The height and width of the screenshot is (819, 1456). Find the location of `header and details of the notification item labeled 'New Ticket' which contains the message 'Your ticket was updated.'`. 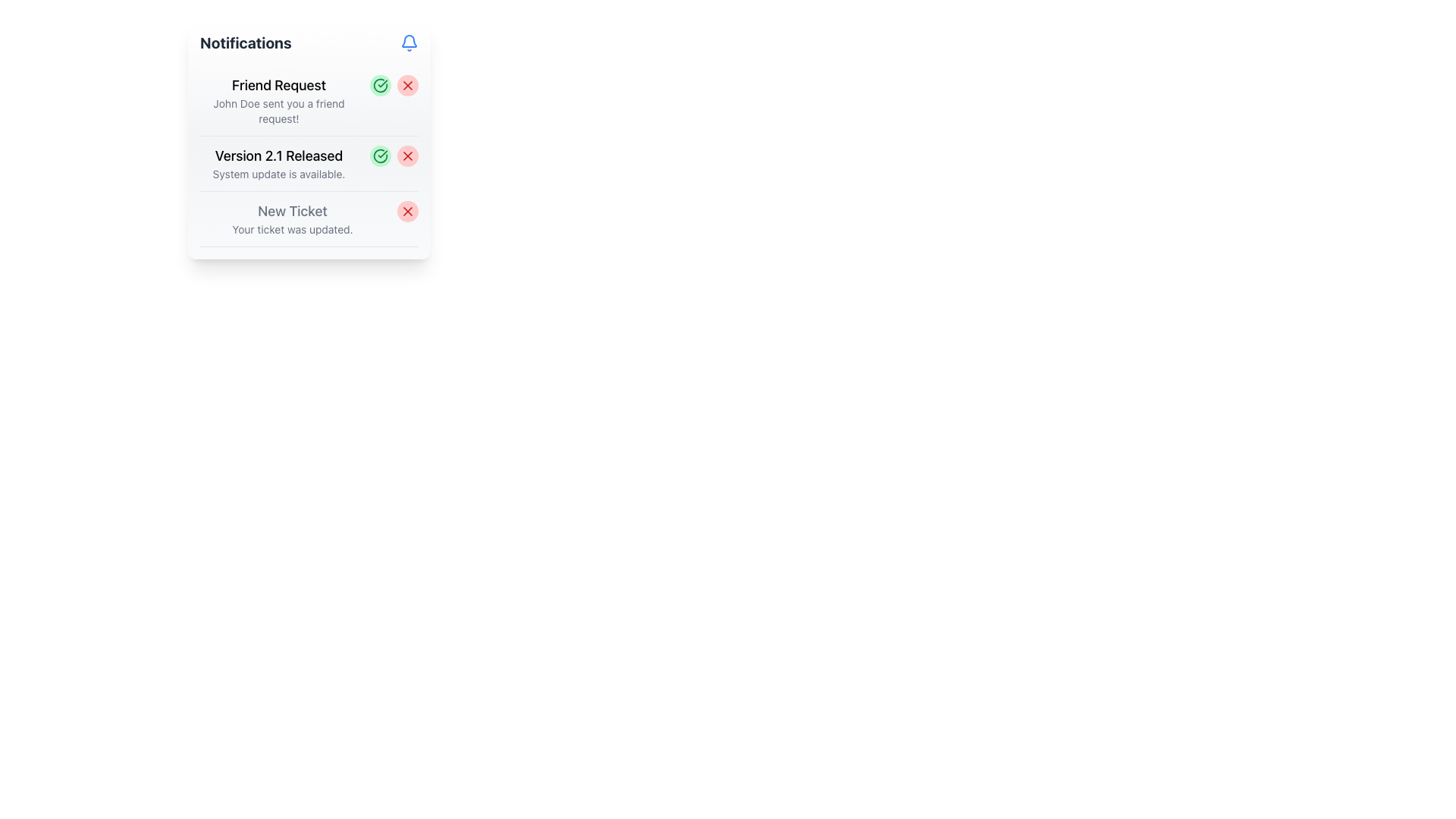

header and details of the notification item labeled 'New Ticket' which contains the message 'Your ticket was updated.' is located at coordinates (309, 219).